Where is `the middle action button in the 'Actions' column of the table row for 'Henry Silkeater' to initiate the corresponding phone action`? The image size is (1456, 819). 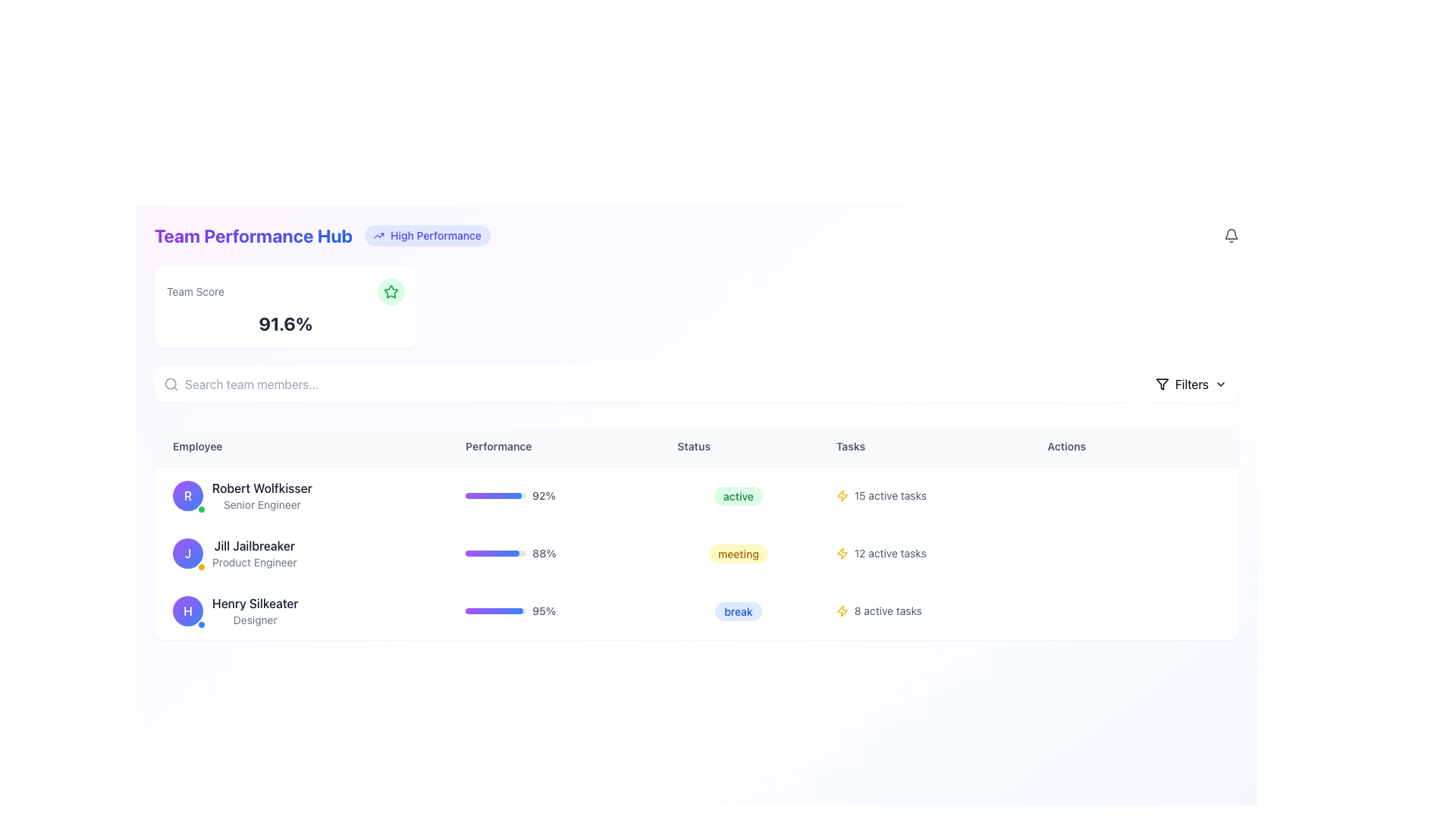
the middle action button in the 'Actions' column of the table row for 'Henry Silkeater' to initiate the corresponding phone action is located at coordinates (1092, 610).